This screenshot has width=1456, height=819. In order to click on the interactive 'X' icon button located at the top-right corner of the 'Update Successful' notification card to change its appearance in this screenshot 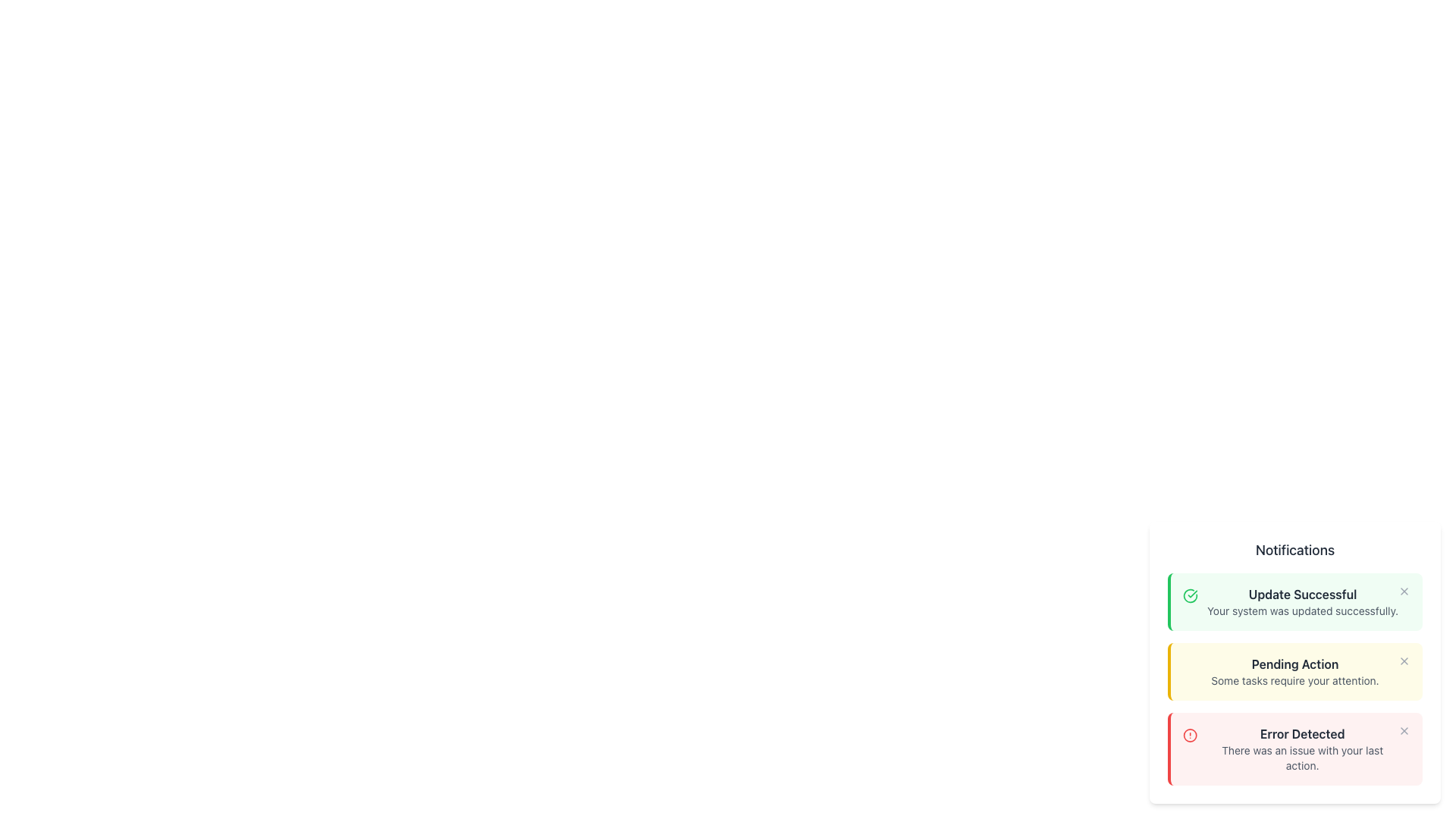, I will do `click(1404, 590)`.